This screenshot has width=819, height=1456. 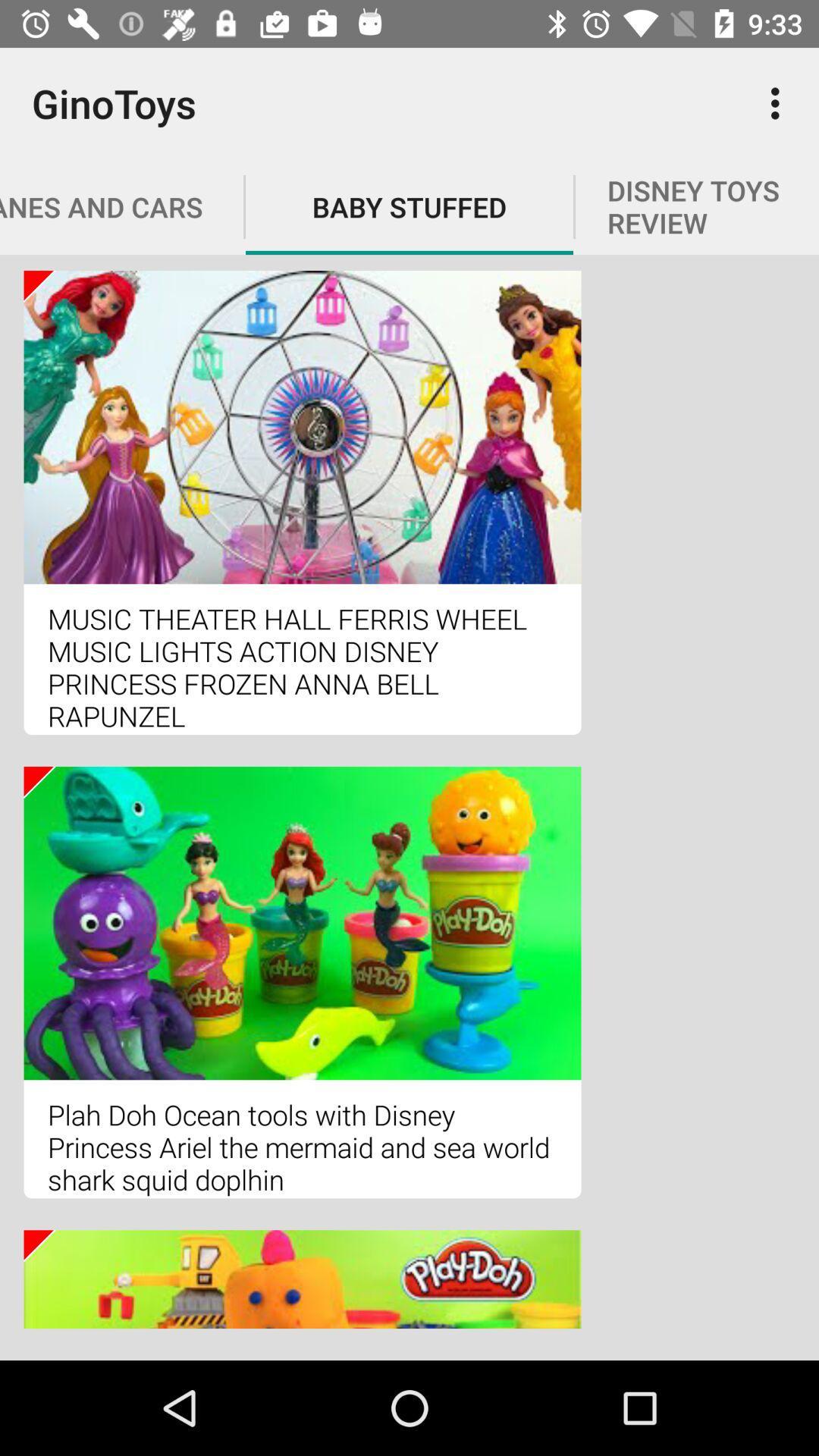 I want to click on icon to the right of baby stuffed icon, so click(x=779, y=102).